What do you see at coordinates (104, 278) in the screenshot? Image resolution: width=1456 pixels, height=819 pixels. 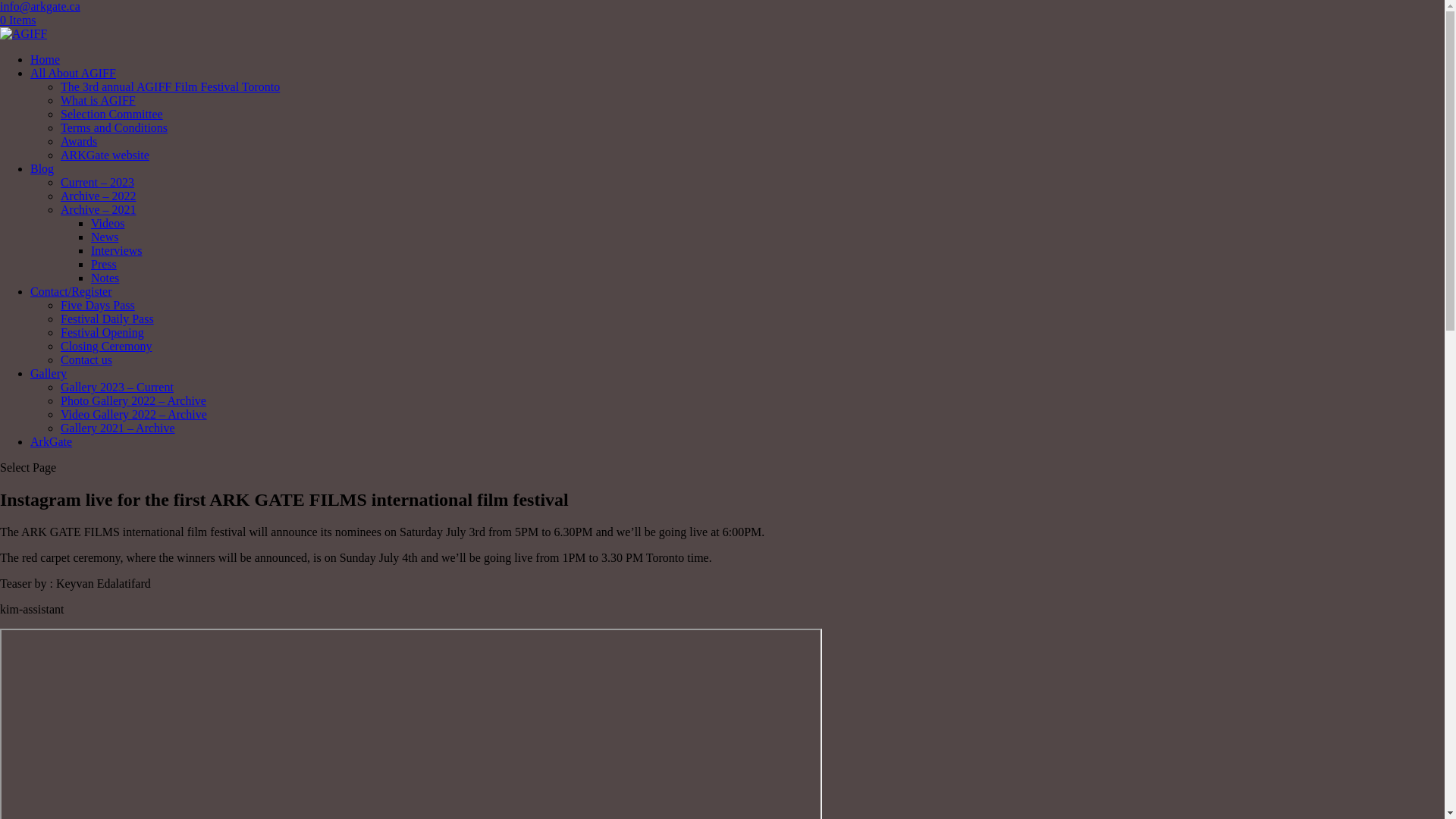 I see `'Notes'` at bounding box center [104, 278].